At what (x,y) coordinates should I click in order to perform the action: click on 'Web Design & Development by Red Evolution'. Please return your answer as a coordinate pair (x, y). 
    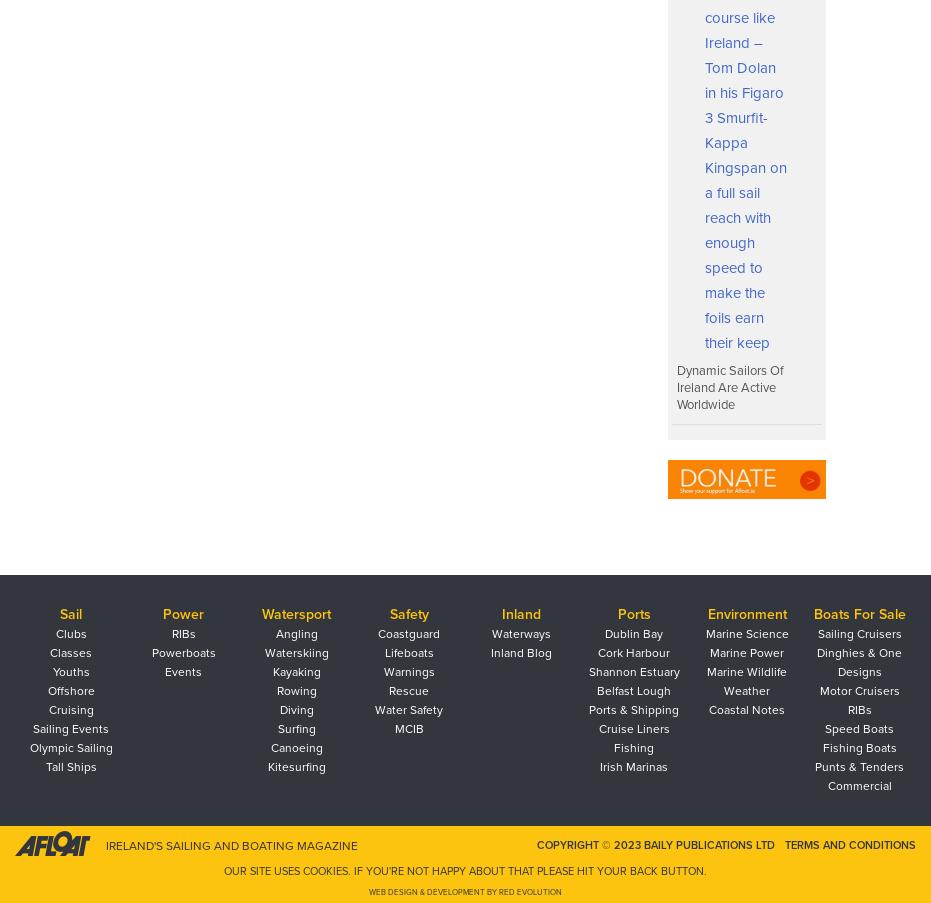
    Looking at the image, I should click on (368, 892).